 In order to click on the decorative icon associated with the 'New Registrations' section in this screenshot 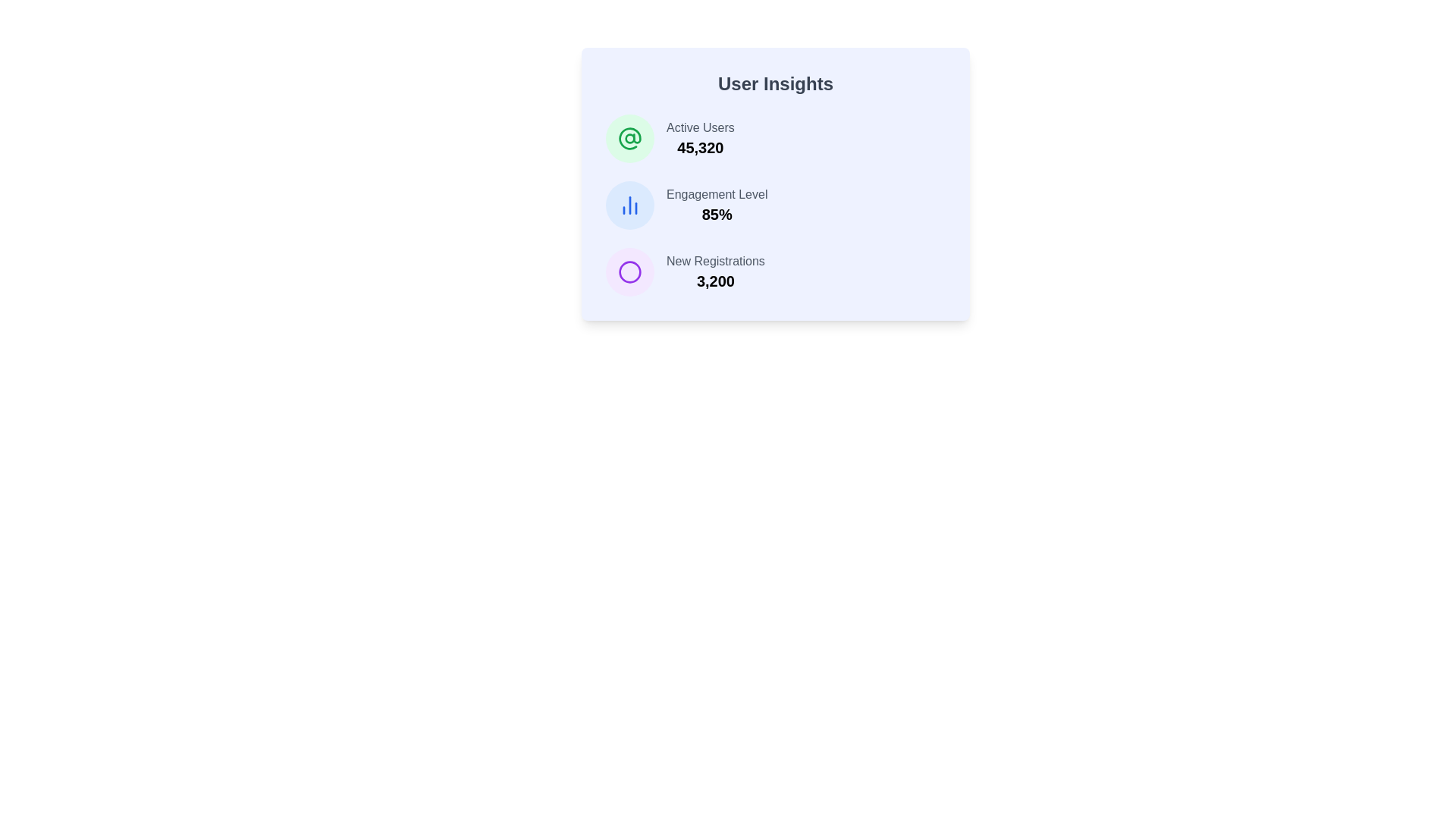, I will do `click(629, 271)`.